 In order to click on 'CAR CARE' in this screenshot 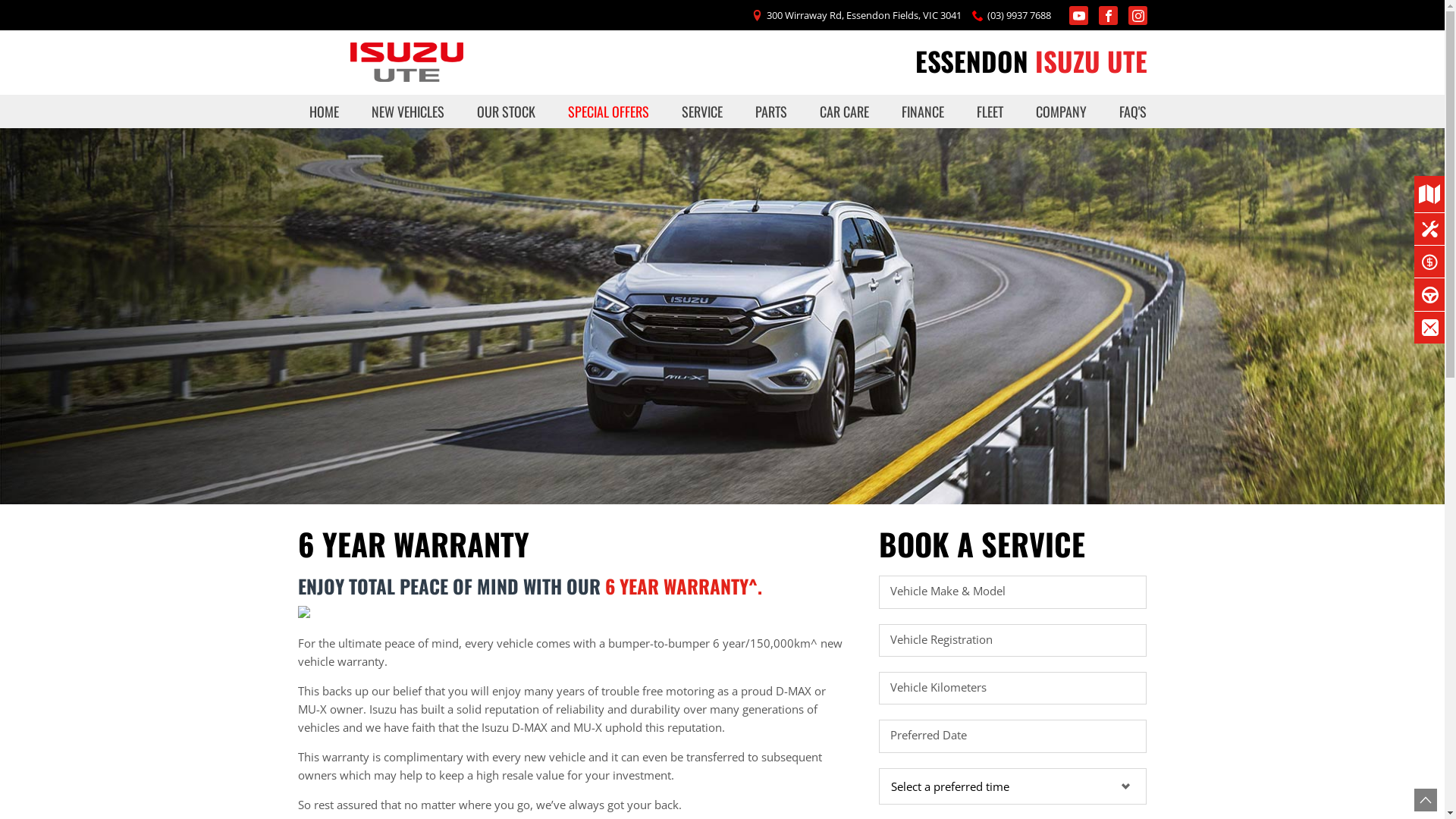, I will do `click(843, 110)`.